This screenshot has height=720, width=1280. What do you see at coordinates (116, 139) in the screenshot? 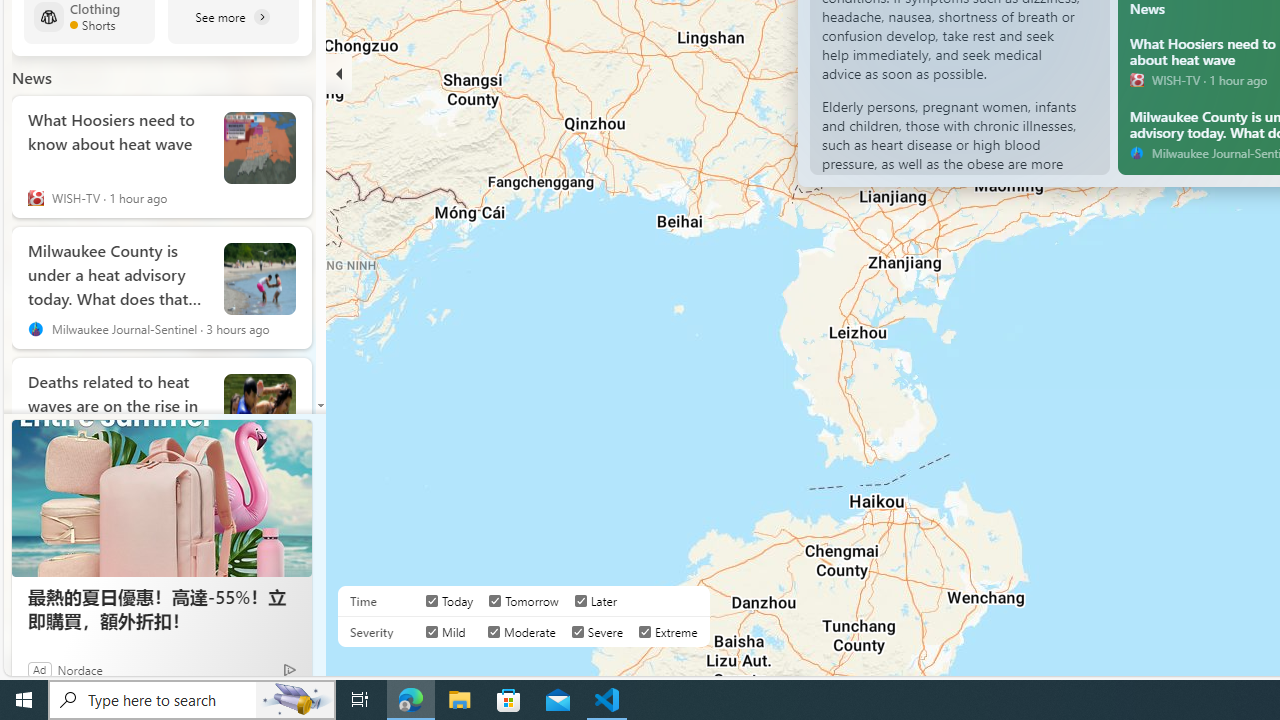
I see `'What Hoosiers need to know about heat wave'` at bounding box center [116, 139].